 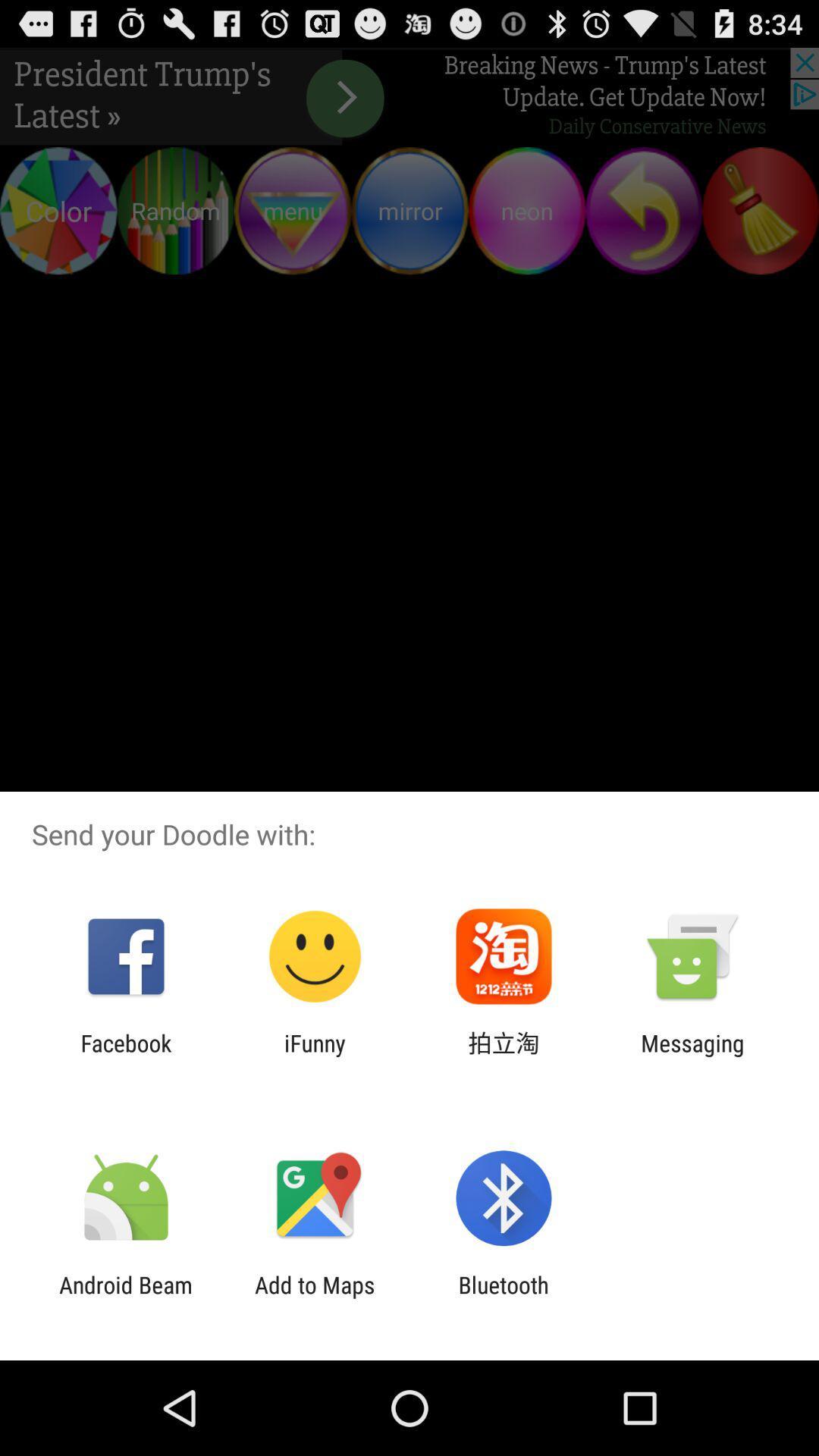 What do you see at coordinates (125, 1056) in the screenshot?
I see `app to the left of ifunny icon` at bounding box center [125, 1056].